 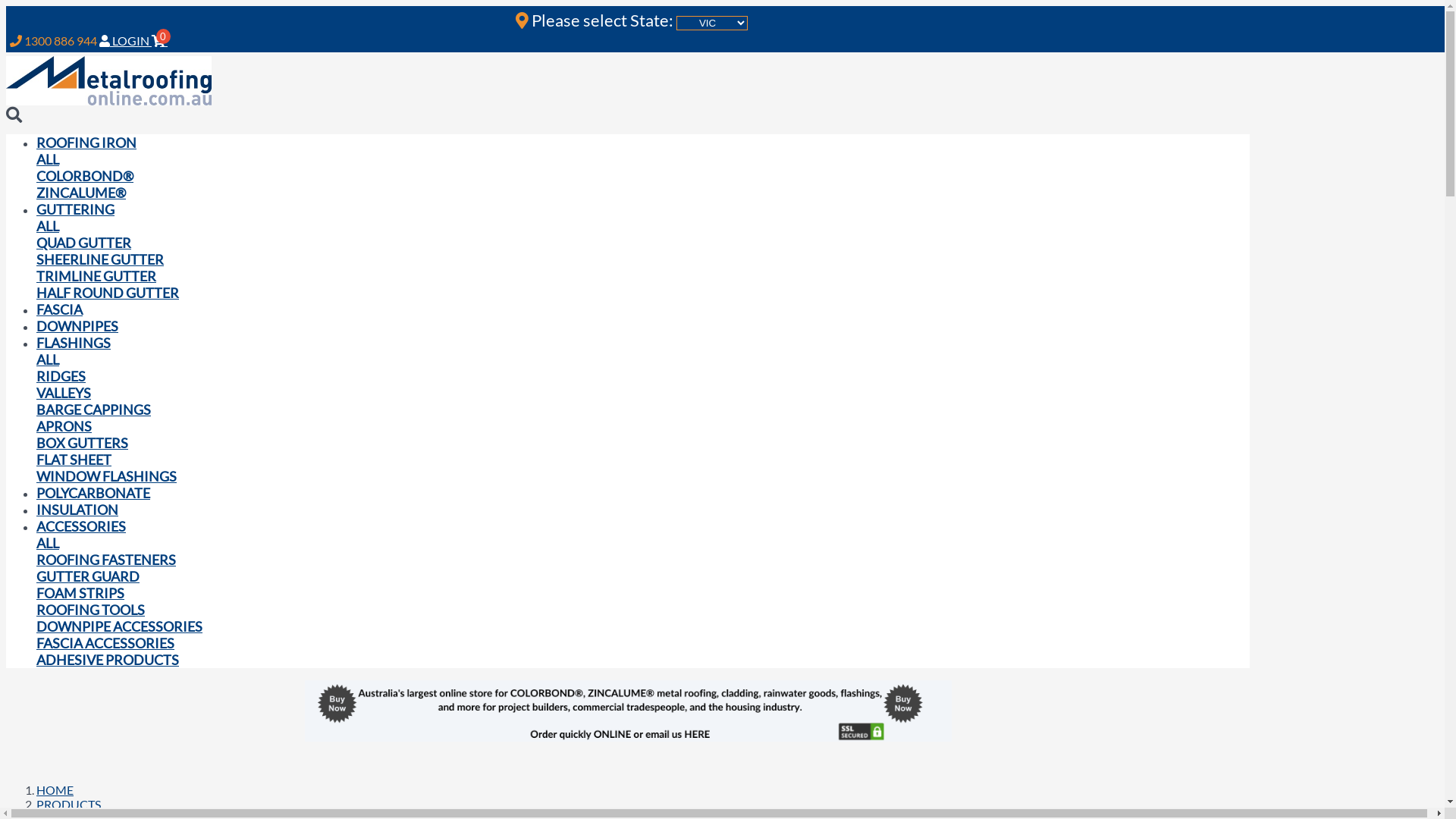 What do you see at coordinates (47, 542) in the screenshot?
I see `'ALL'` at bounding box center [47, 542].